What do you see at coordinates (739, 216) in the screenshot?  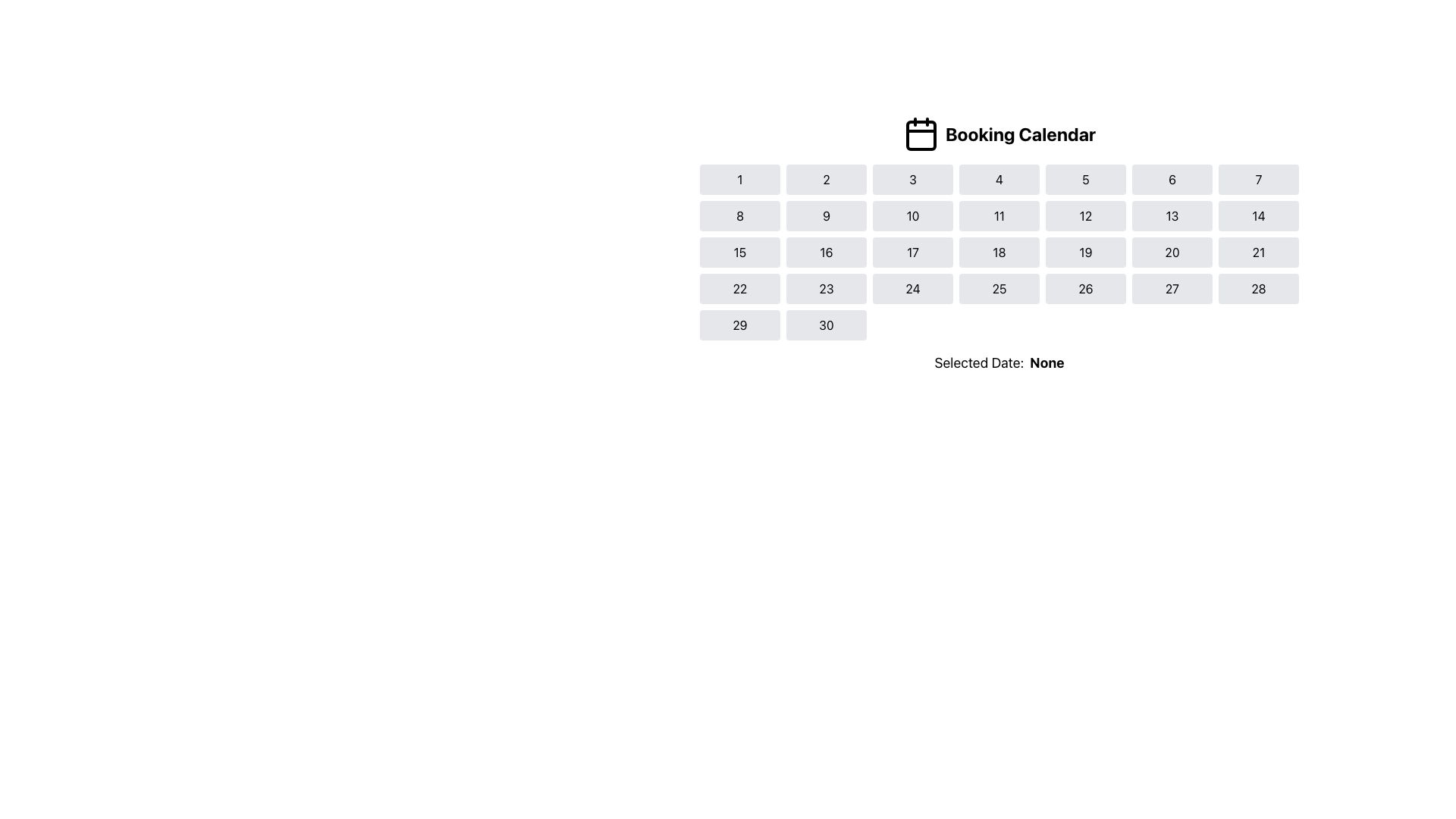 I see `the rectangular button with a light gray background and the number '8' centered in bold black font` at bounding box center [739, 216].